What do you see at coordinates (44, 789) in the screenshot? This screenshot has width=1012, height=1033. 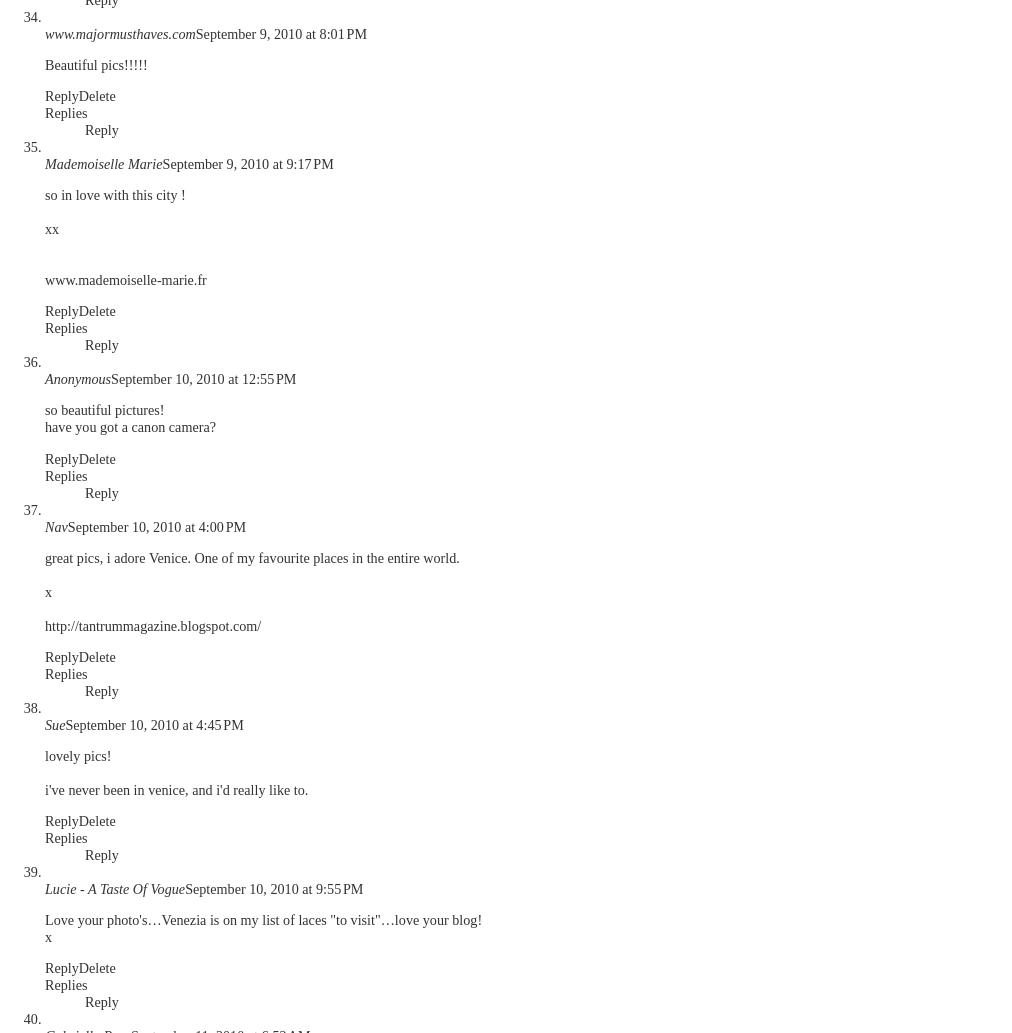 I see `'i've never been in venice, and i'd really like to.'` at bounding box center [44, 789].